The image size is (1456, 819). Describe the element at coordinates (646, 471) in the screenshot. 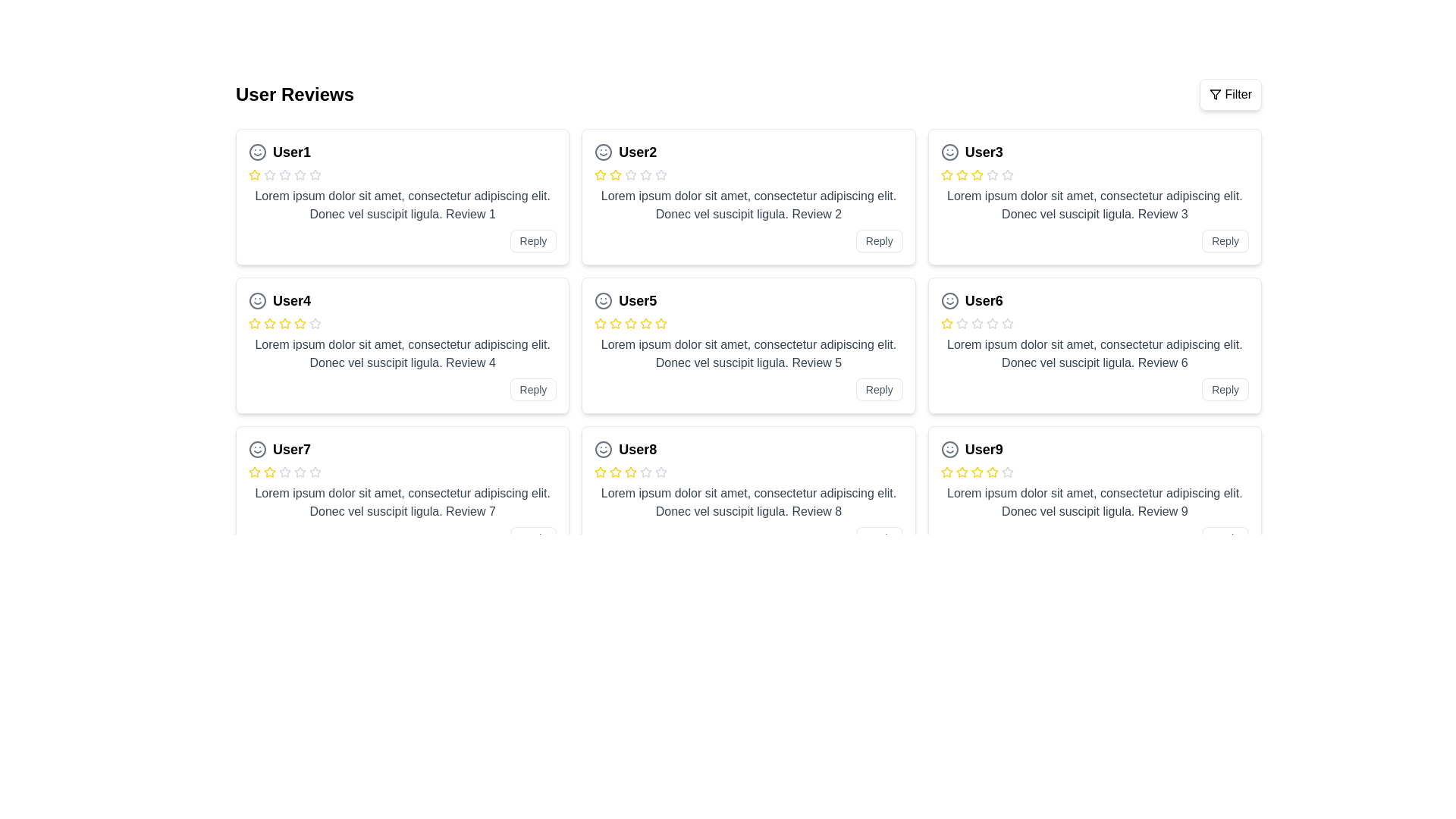

I see `the third star icon in the rating system of the 'User8' review box` at that location.